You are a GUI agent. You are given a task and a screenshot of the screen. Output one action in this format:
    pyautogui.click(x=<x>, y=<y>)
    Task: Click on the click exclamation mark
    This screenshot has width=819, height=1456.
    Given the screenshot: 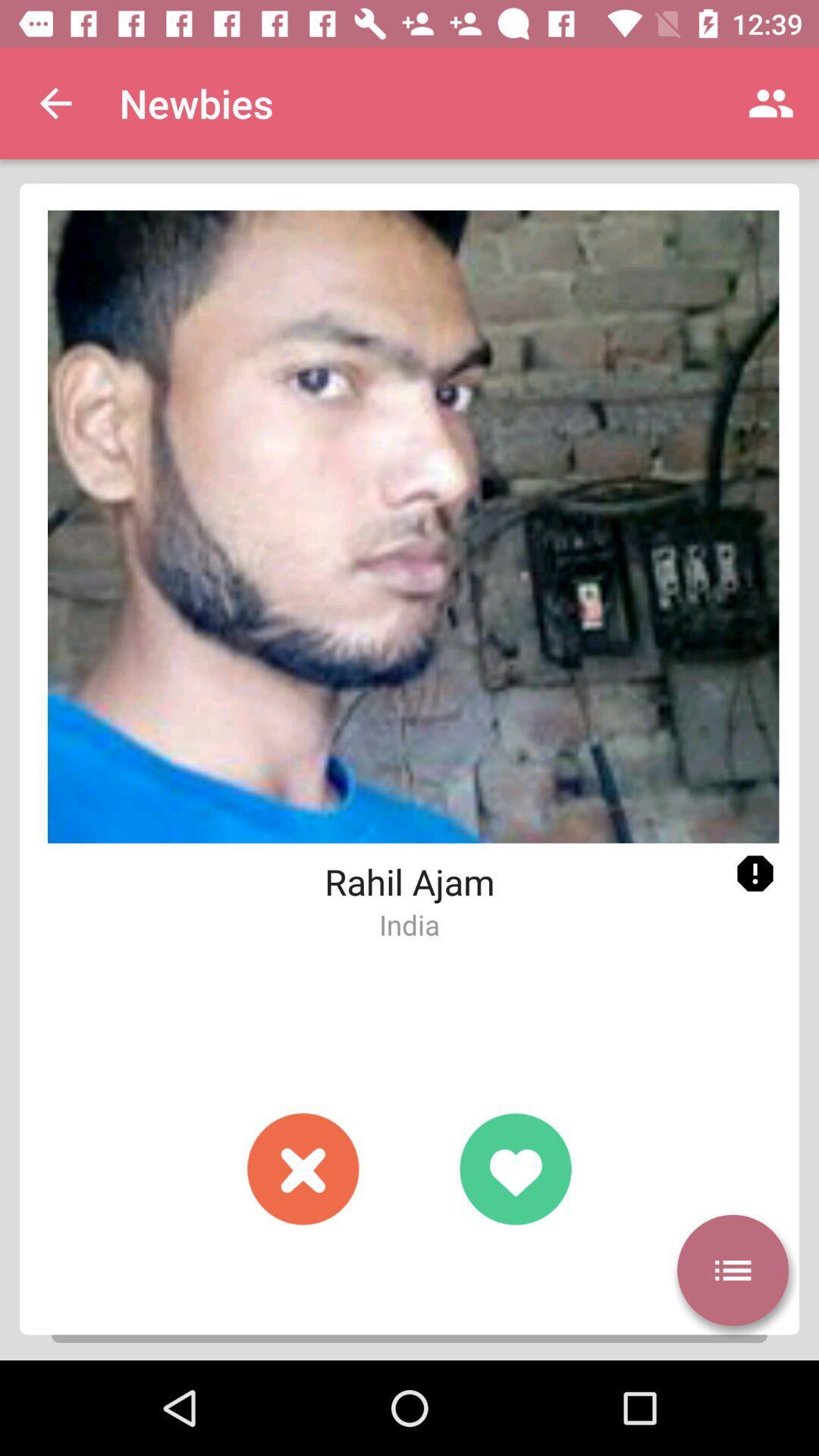 What is the action you would take?
    pyautogui.click(x=755, y=874)
    